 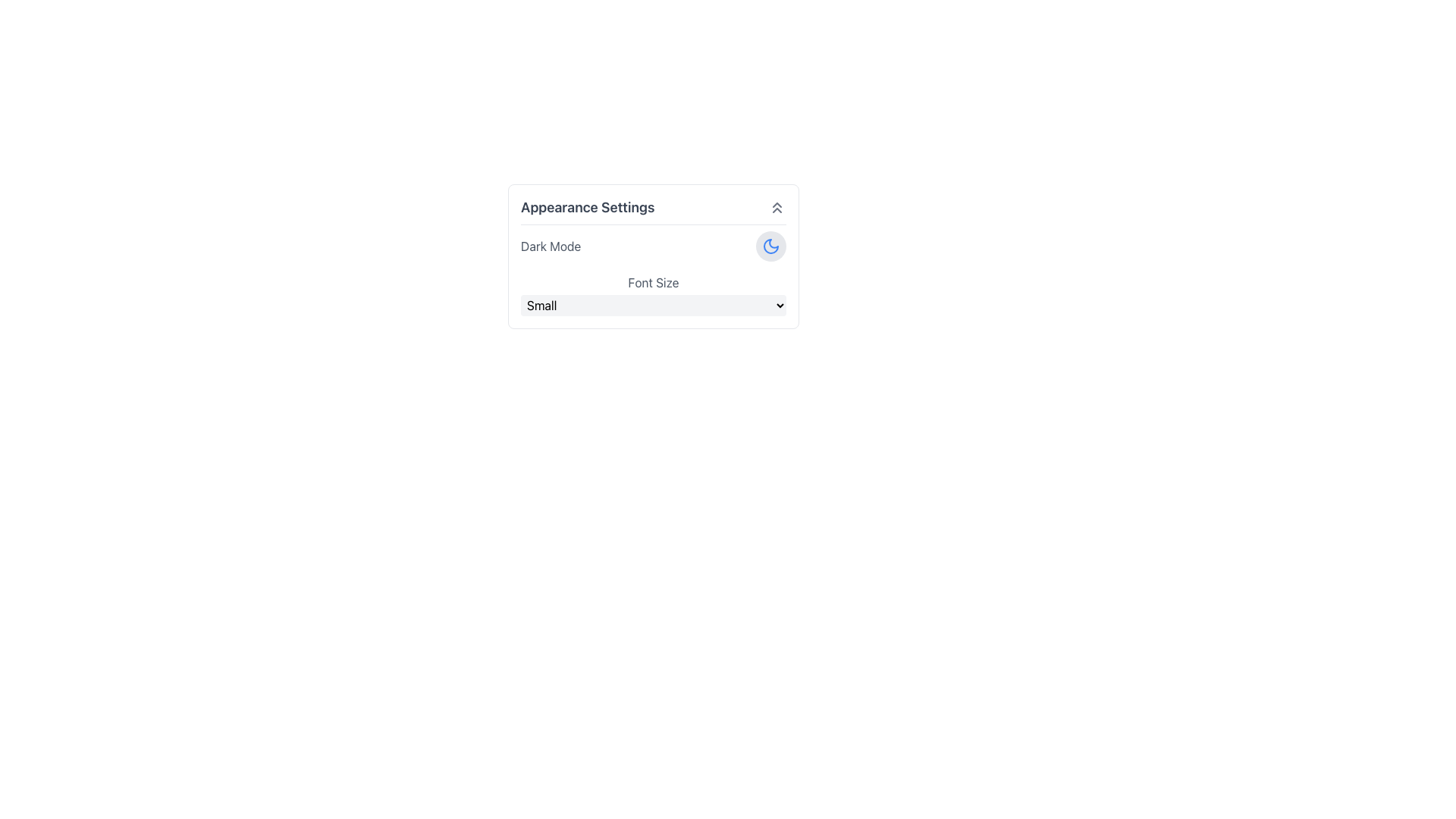 What do you see at coordinates (771, 245) in the screenshot?
I see `the circular toggle button with a moon icon` at bounding box center [771, 245].